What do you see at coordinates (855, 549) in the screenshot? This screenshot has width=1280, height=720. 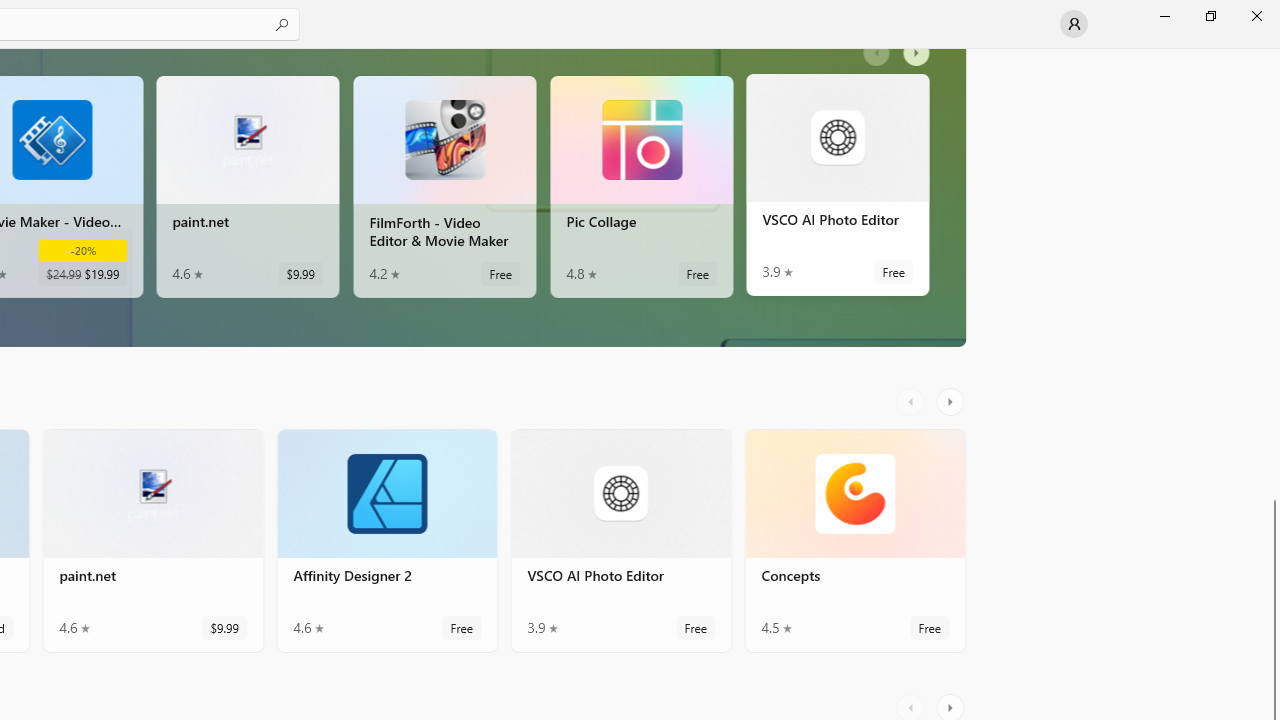 I see `'Concepts. Average rating of 4.5 out of five stars. Free  '` at bounding box center [855, 549].